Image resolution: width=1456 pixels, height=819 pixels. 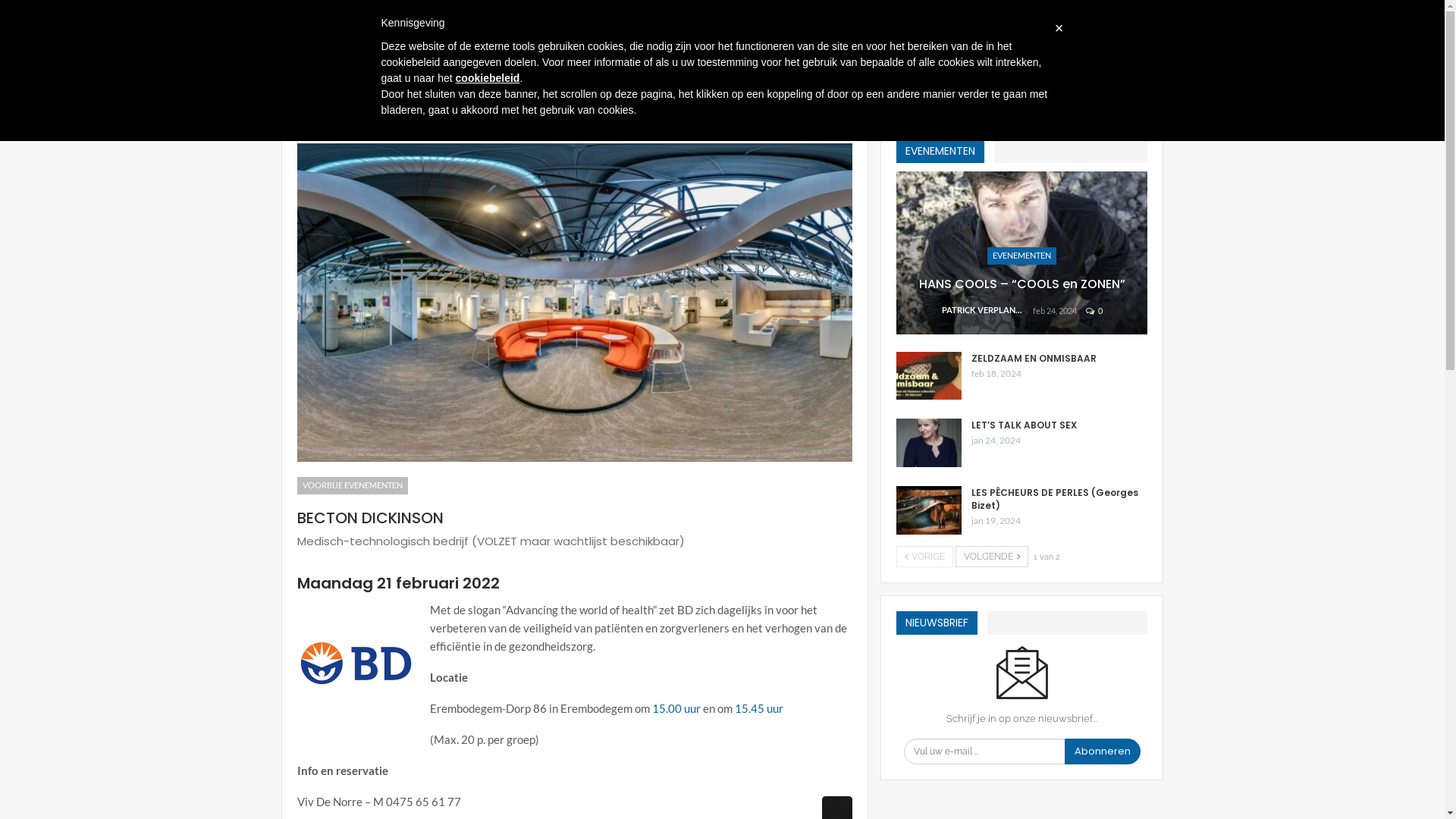 I want to click on 'cookiebeleid', so click(x=488, y=78).